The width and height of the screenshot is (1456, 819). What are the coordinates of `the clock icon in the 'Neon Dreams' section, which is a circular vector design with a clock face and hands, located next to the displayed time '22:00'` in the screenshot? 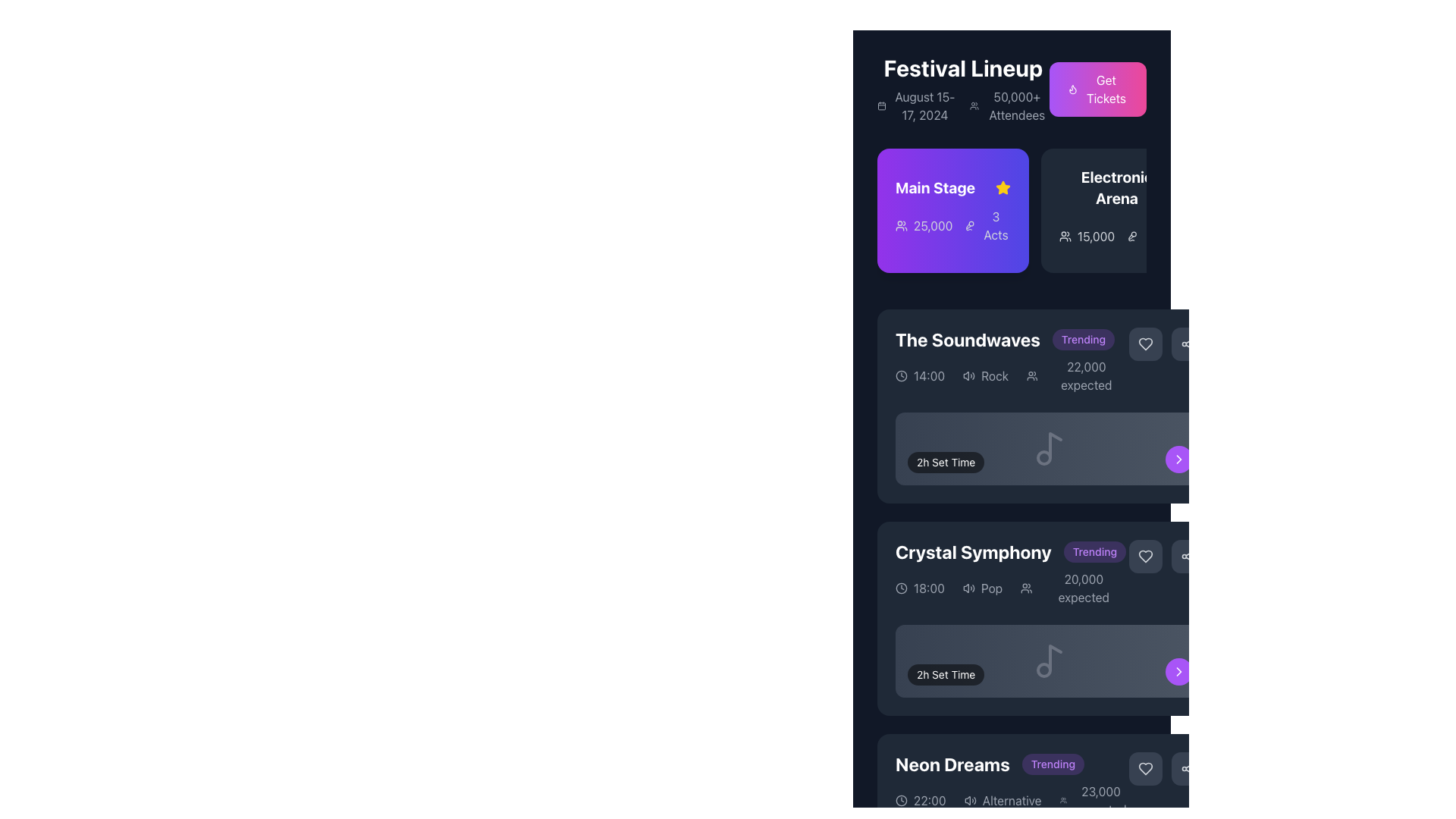 It's located at (902, 800).